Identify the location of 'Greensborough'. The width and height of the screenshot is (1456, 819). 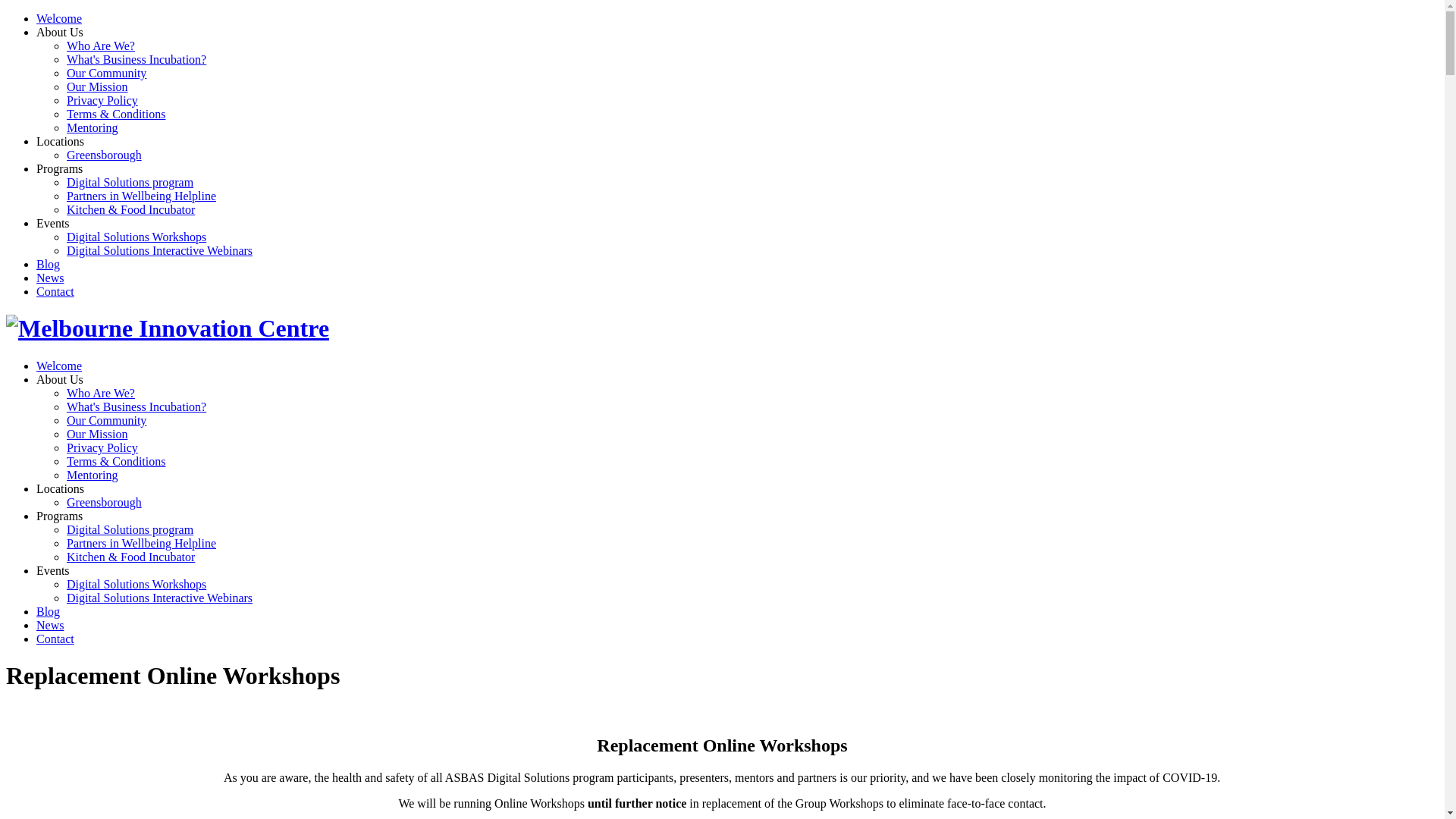
(103, 502).